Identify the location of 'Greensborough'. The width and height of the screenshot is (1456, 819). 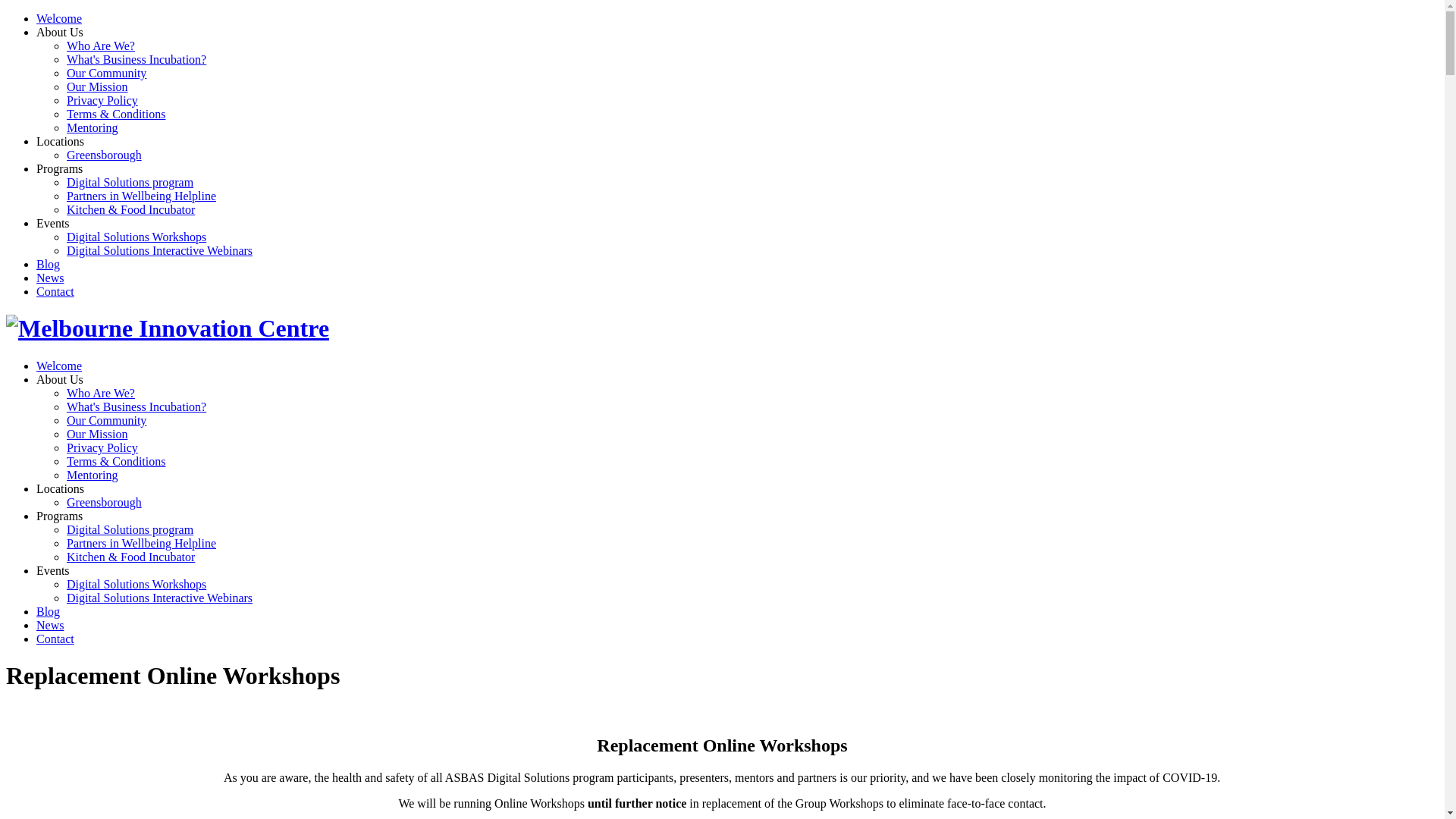
(103, 502).